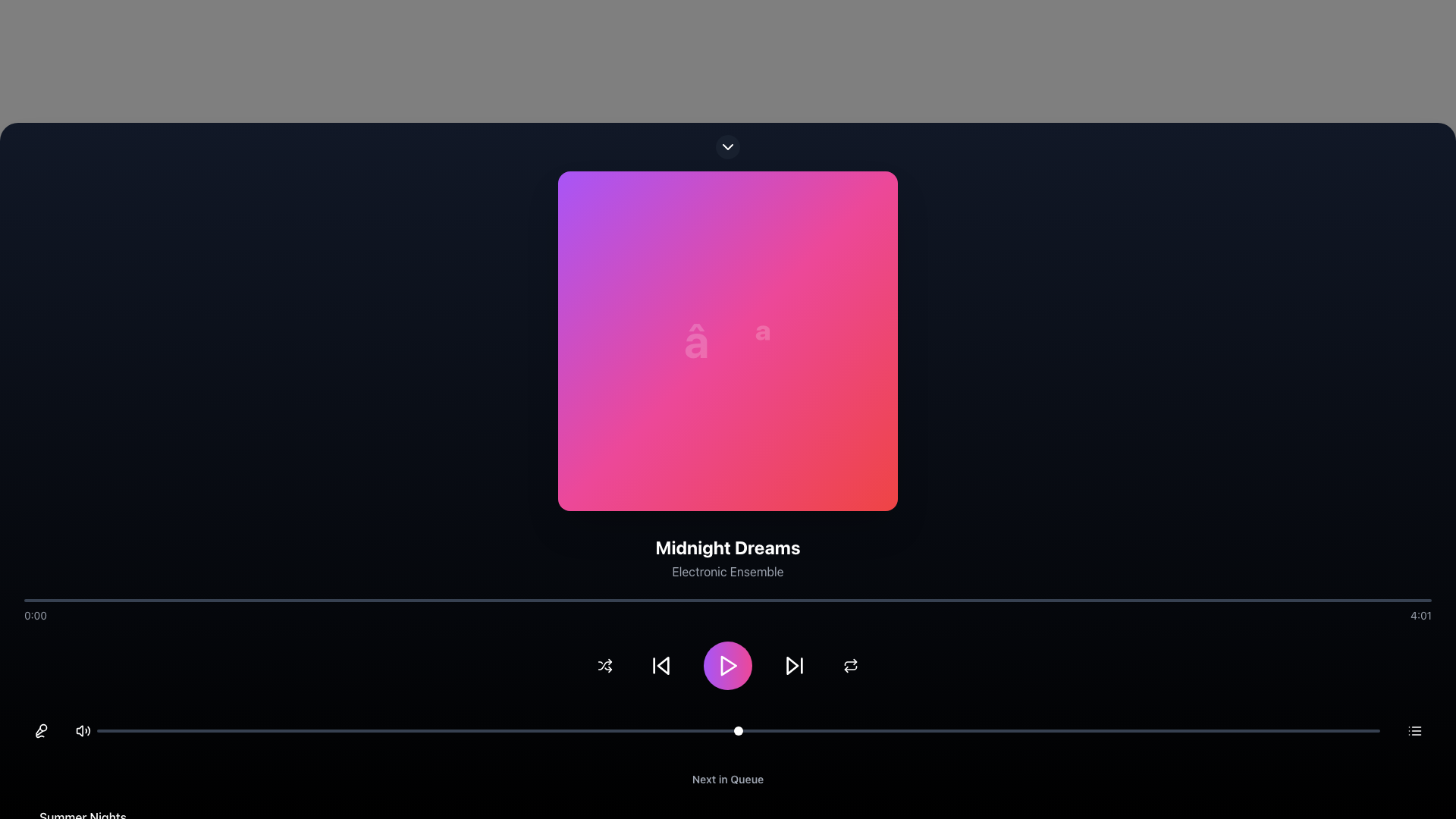  I want to click on time indicator displayed in the light gray text label showing '0:00' on the dark background, positioned at the far left of the horizontal bar, so click(36, 616).